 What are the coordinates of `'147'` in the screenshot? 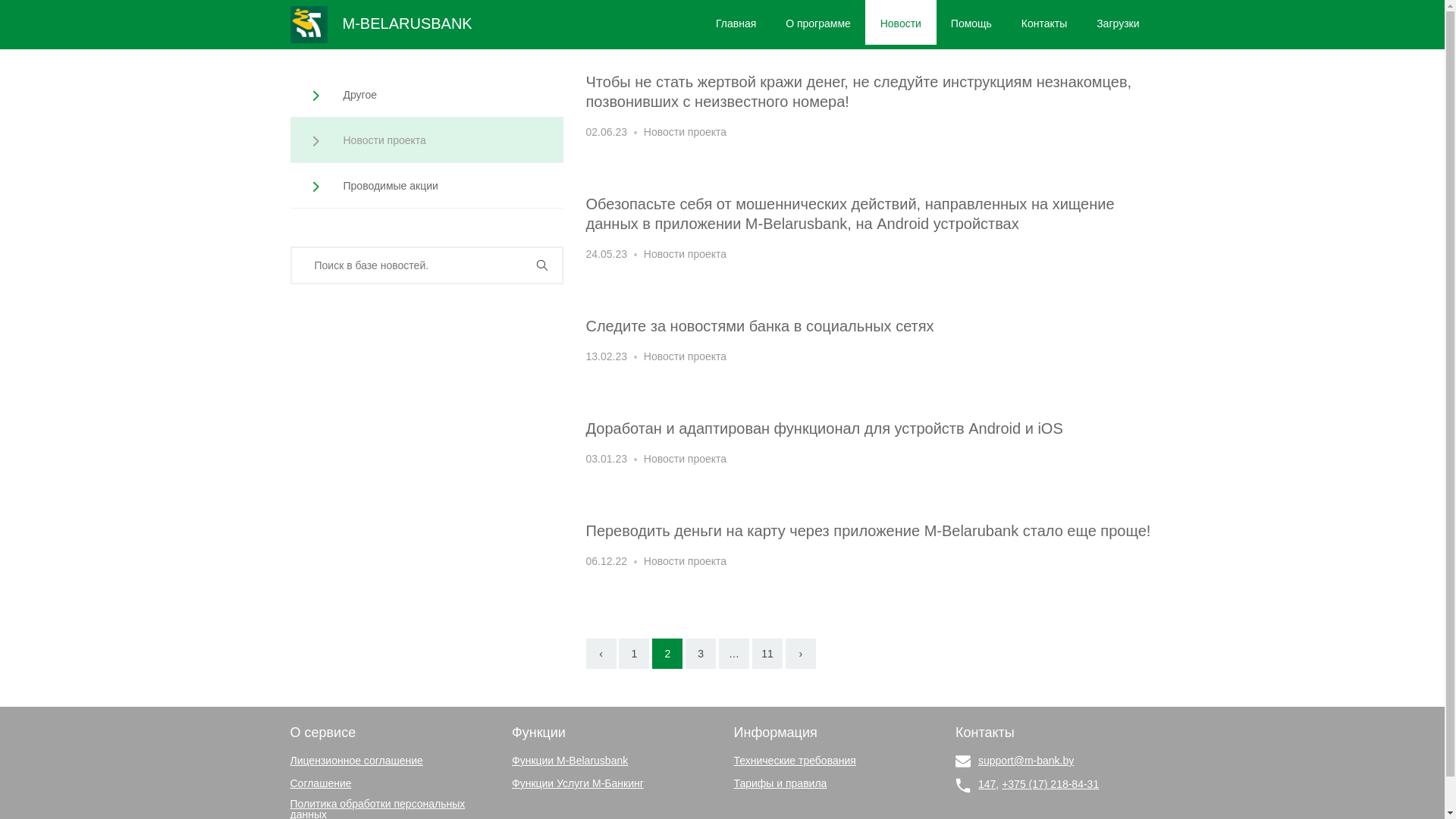 It's located at (978, 783).